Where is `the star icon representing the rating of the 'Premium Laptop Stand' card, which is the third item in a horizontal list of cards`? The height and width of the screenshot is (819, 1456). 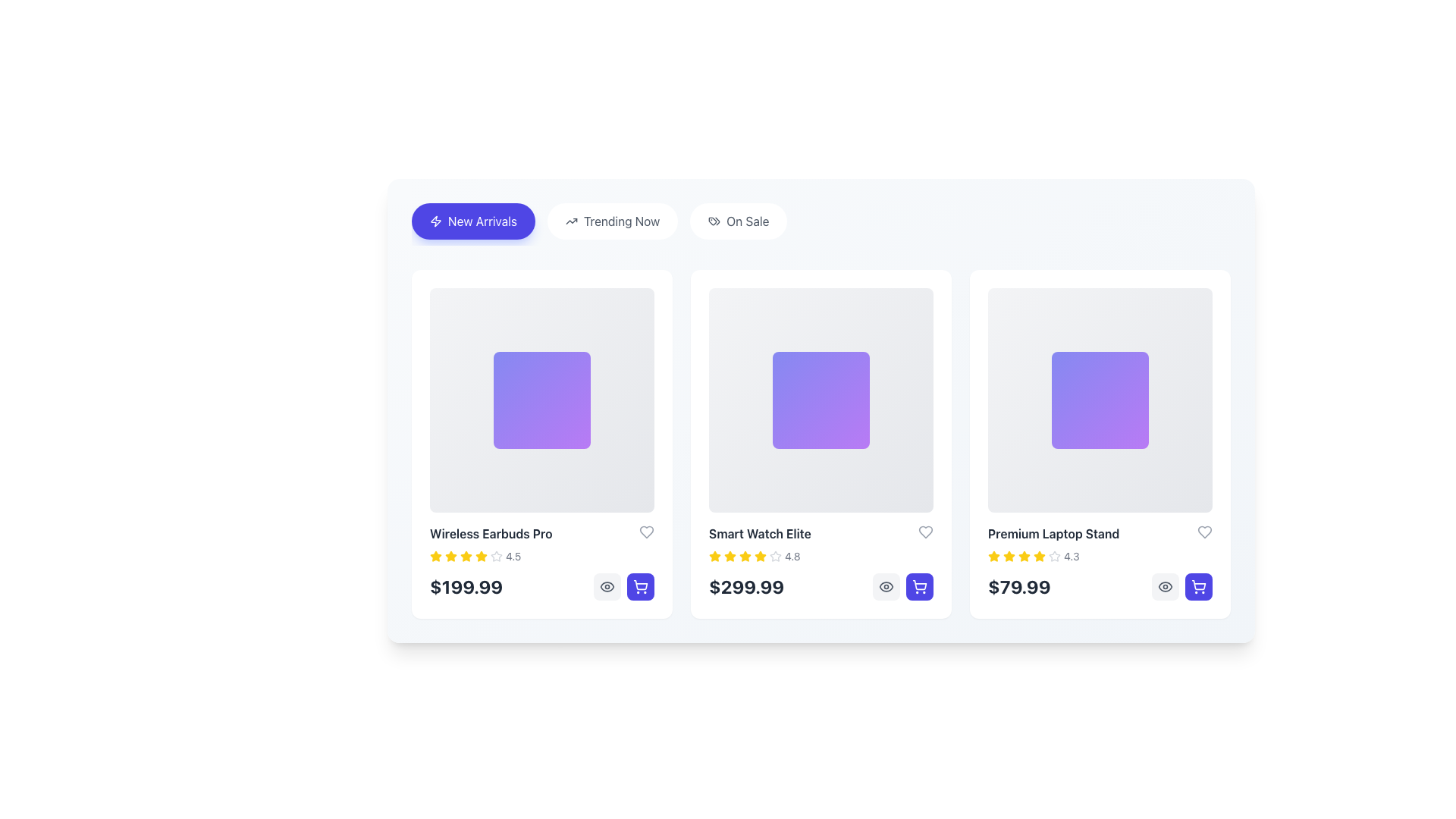 the star icon representing the rating of the 'Premium Laptop Stand' card, which is the third item in a horizontal list of cards is located at coordinates (1039, 556).